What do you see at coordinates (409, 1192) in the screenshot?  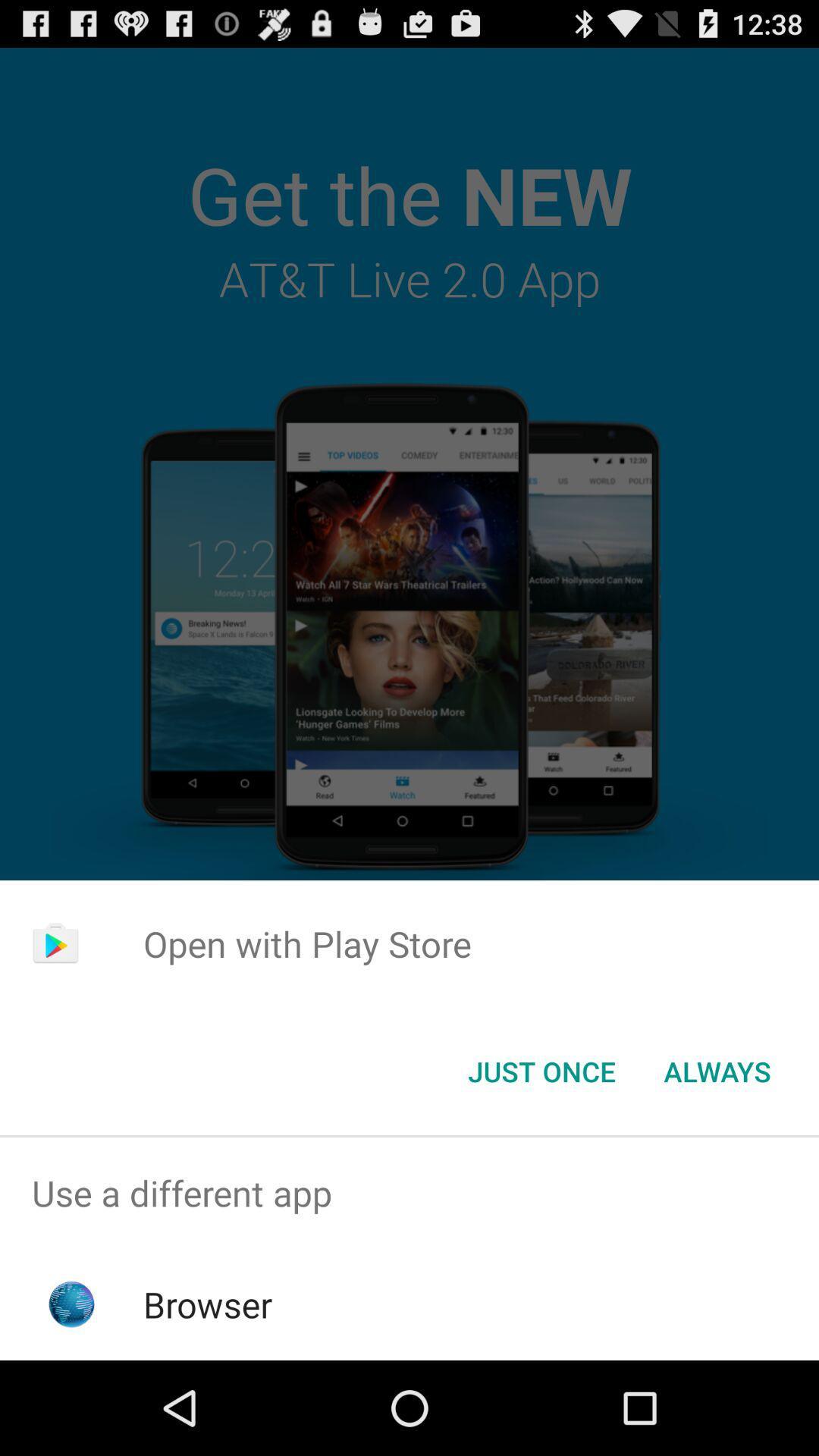 I see `the use a different icon` at bounding box center [409, 1192].